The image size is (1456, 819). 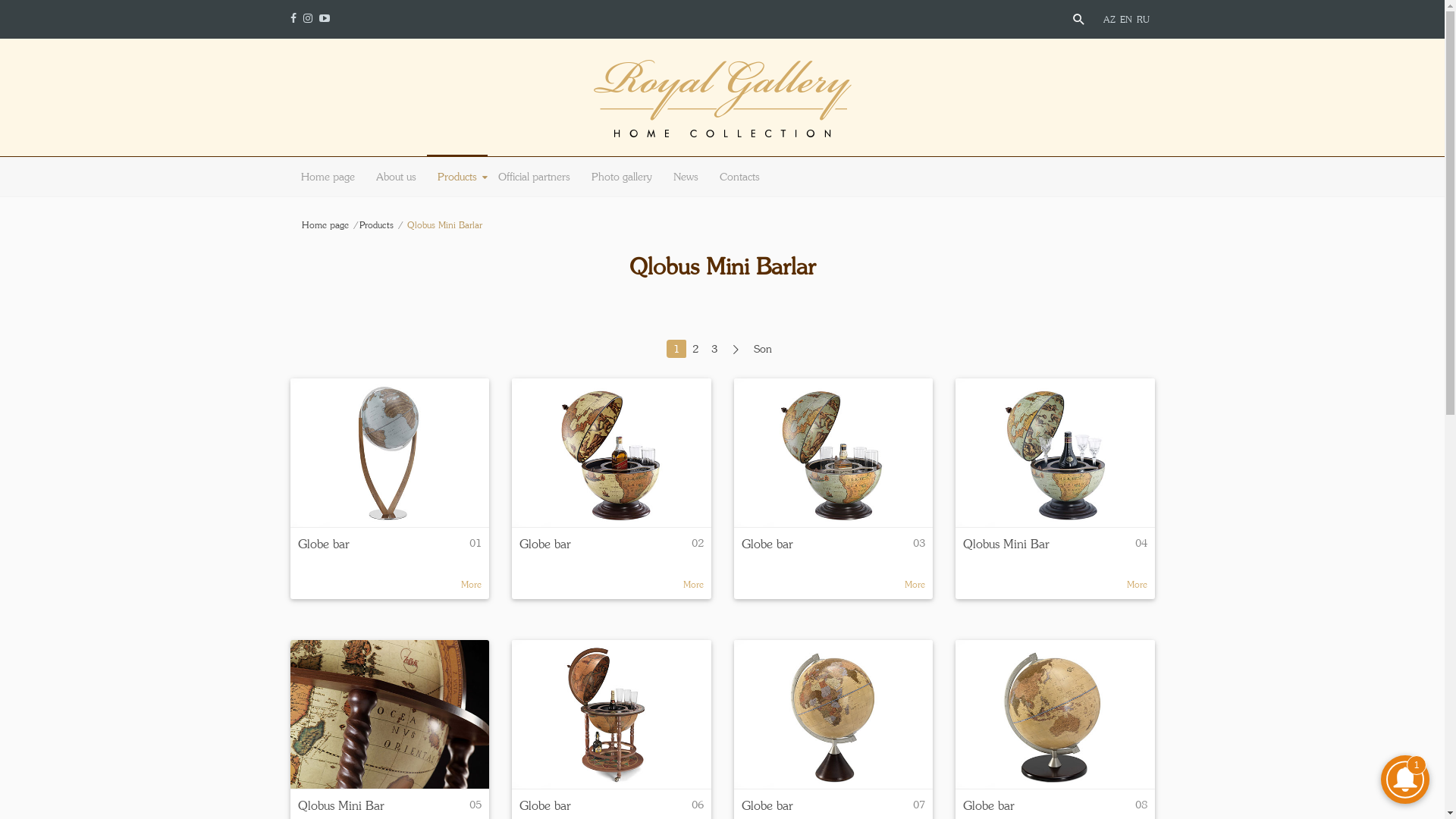 What do you see at coordinates (1120, 19) in the screenshot?
I see `'EN'` at bounding box center [1120, 19].